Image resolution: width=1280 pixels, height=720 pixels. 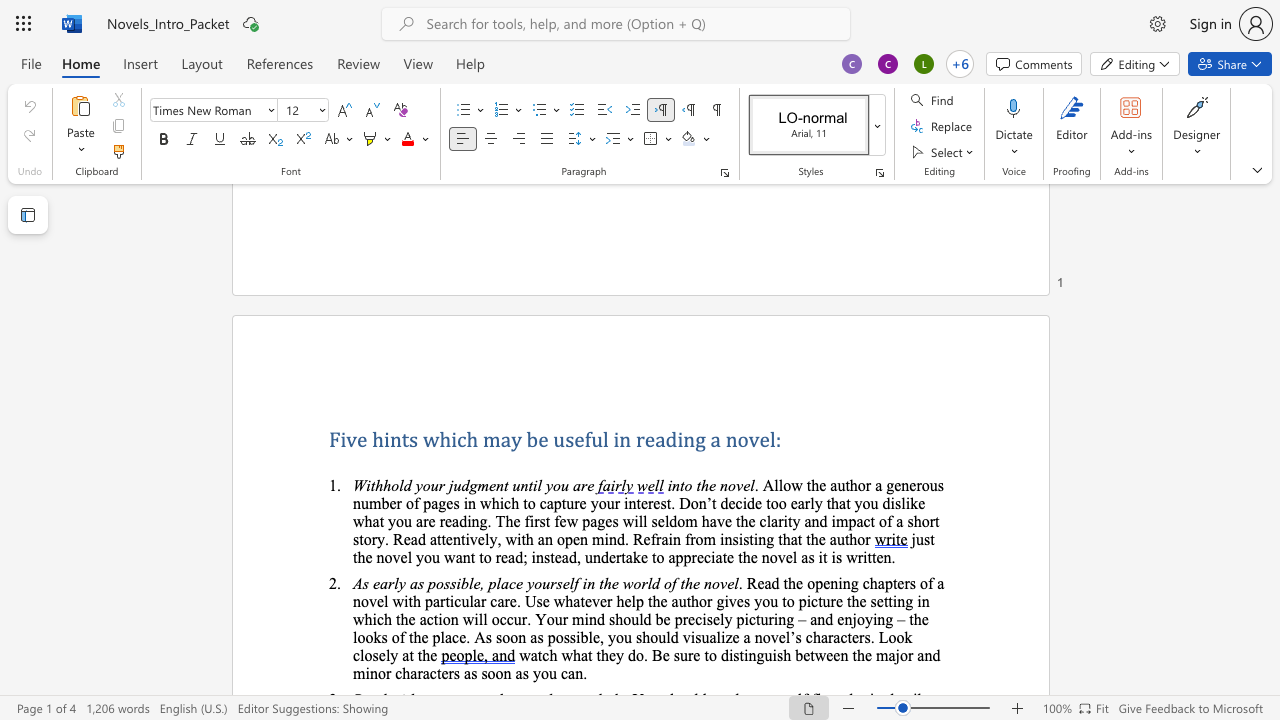 What do you see at coordinates (591, 438) in the screenshot?
I see `the space between the continuous character "f" and "u" in the text` at bounding box center [591, 438].